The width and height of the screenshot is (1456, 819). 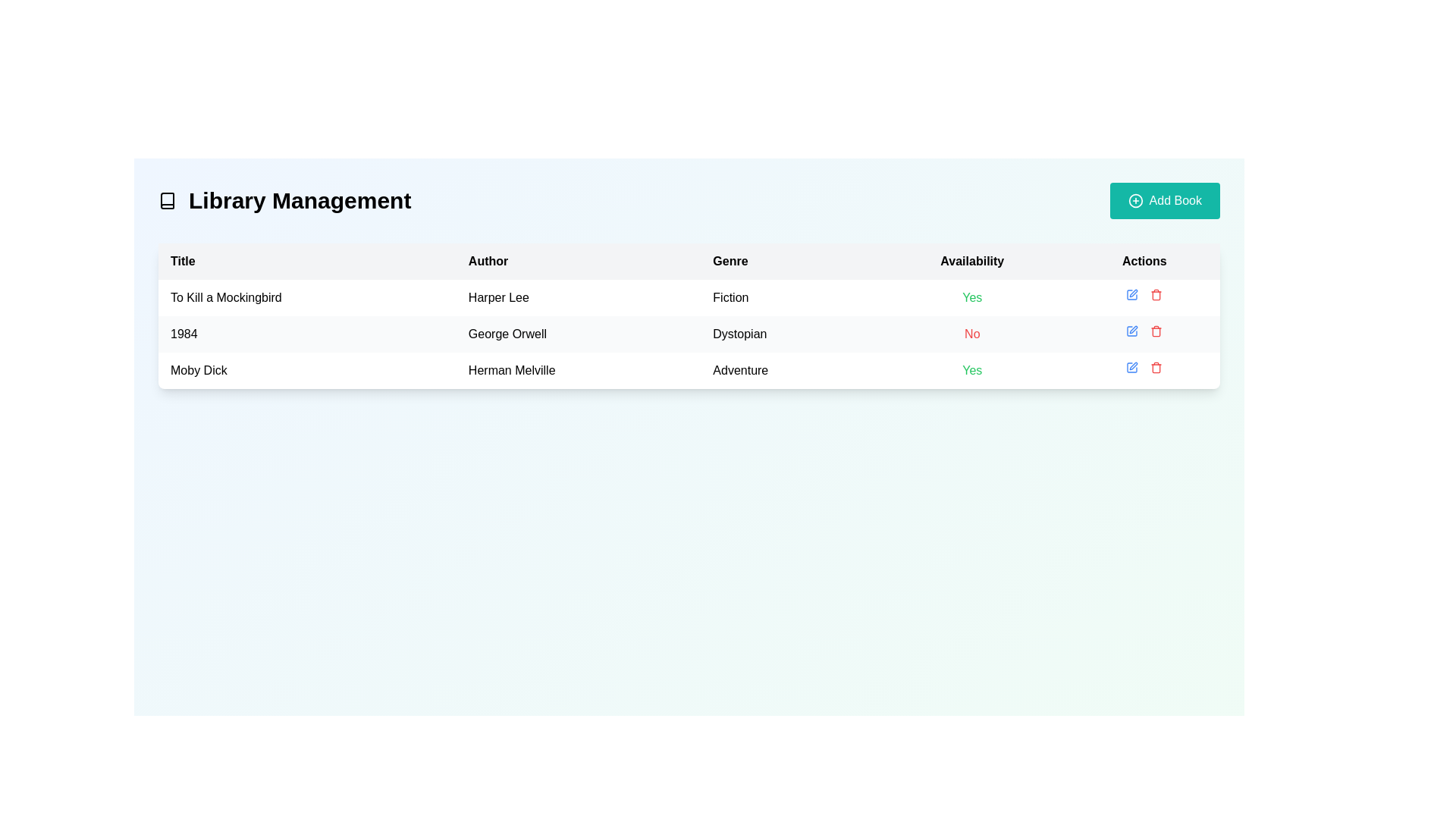 What do you see at coordinates (972, 333) in the screenshot?
I see `the text label indicating the unavailability of the book '1984' in the 'Availability' column of the 'Library Management' table` at bounding box center [972, 333].